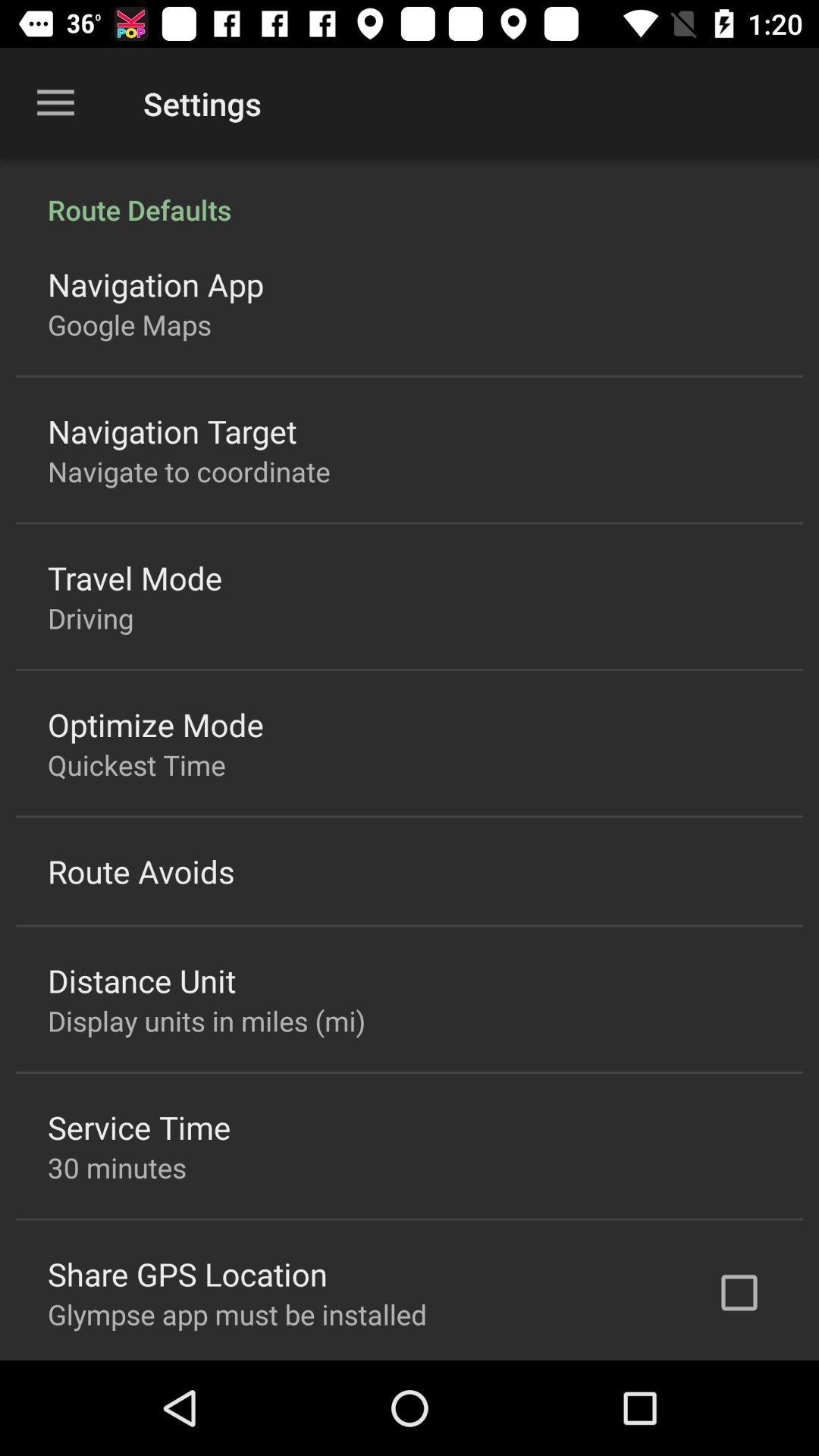  I want to click on the item below google maps icon, so click(171, 430).